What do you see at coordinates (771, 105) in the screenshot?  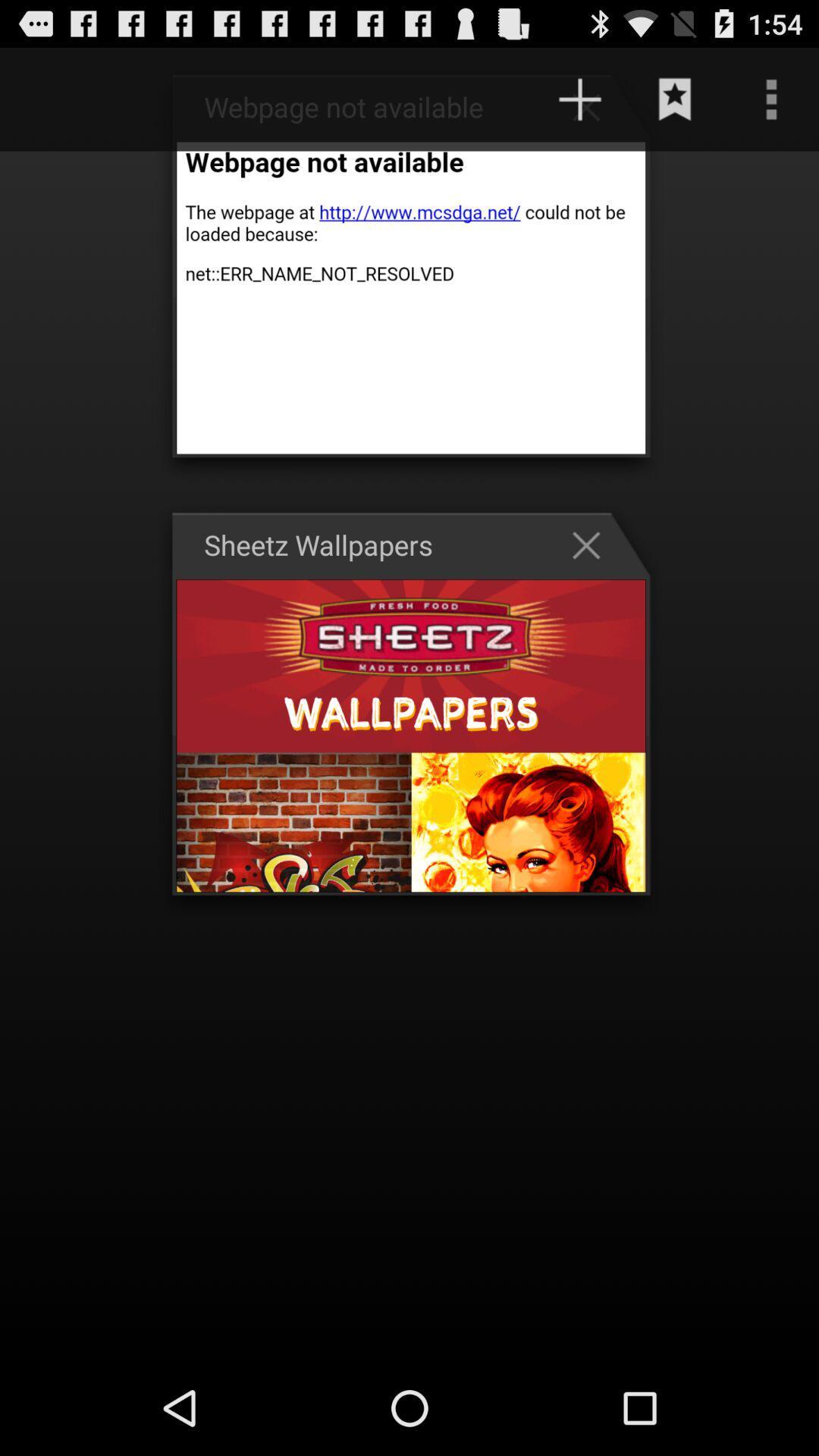 I see `the more icon` at bounding box center [771, 105].